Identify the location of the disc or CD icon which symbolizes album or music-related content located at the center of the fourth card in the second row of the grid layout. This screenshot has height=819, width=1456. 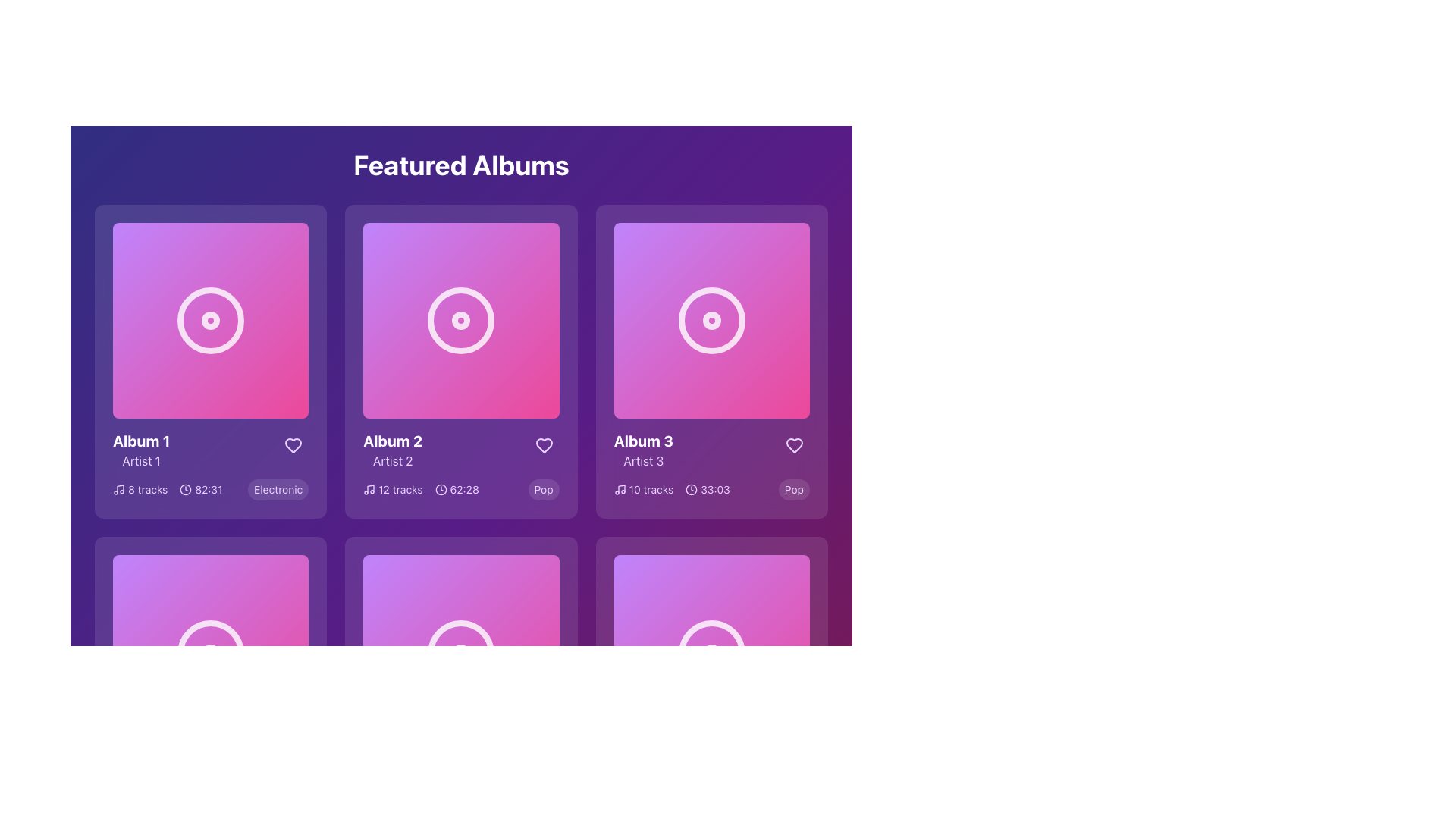
(210, 652).